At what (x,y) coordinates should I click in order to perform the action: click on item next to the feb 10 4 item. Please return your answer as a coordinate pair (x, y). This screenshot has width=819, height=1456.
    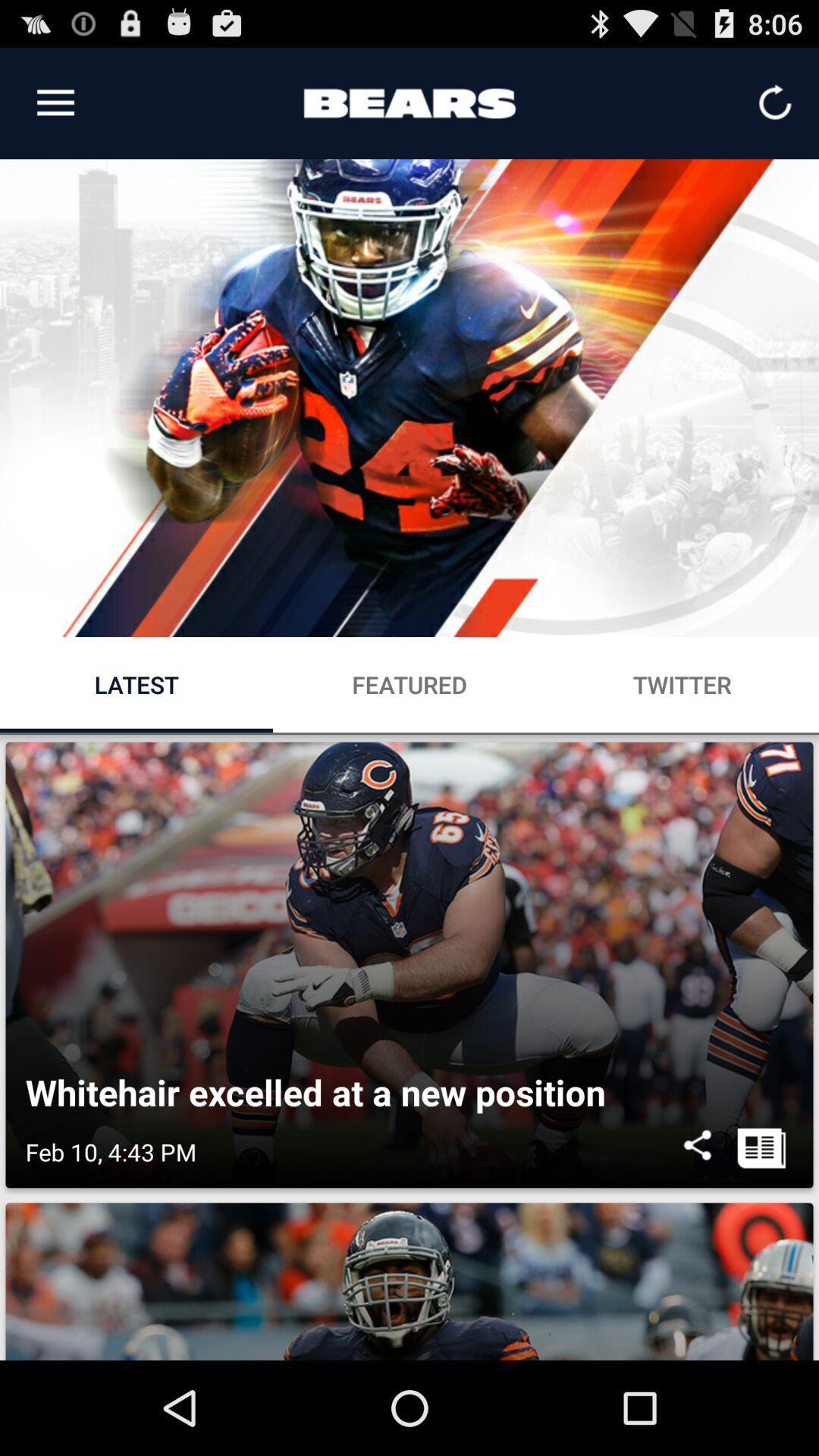
    Looking at the image, I should click on (697, 1152).